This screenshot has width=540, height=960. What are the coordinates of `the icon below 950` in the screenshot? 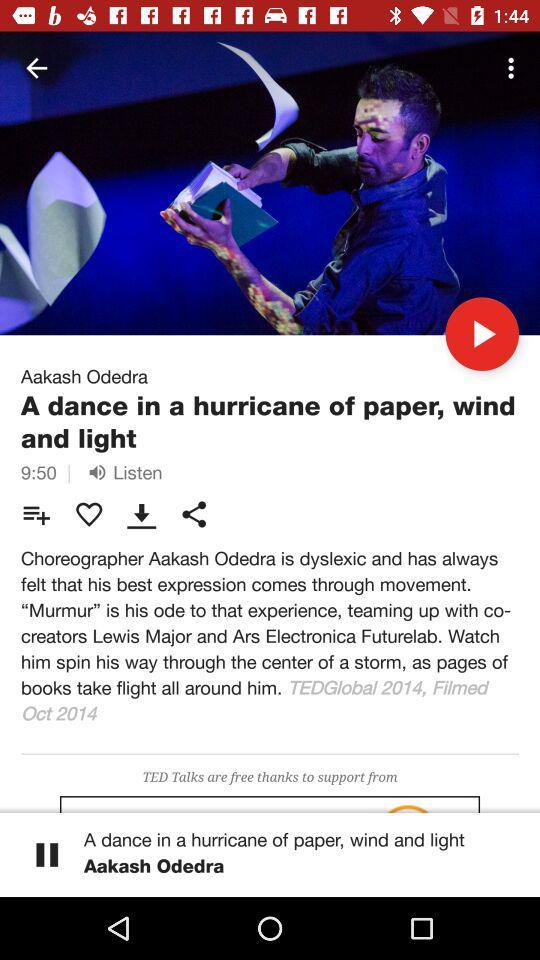 It's located at (36, 513).